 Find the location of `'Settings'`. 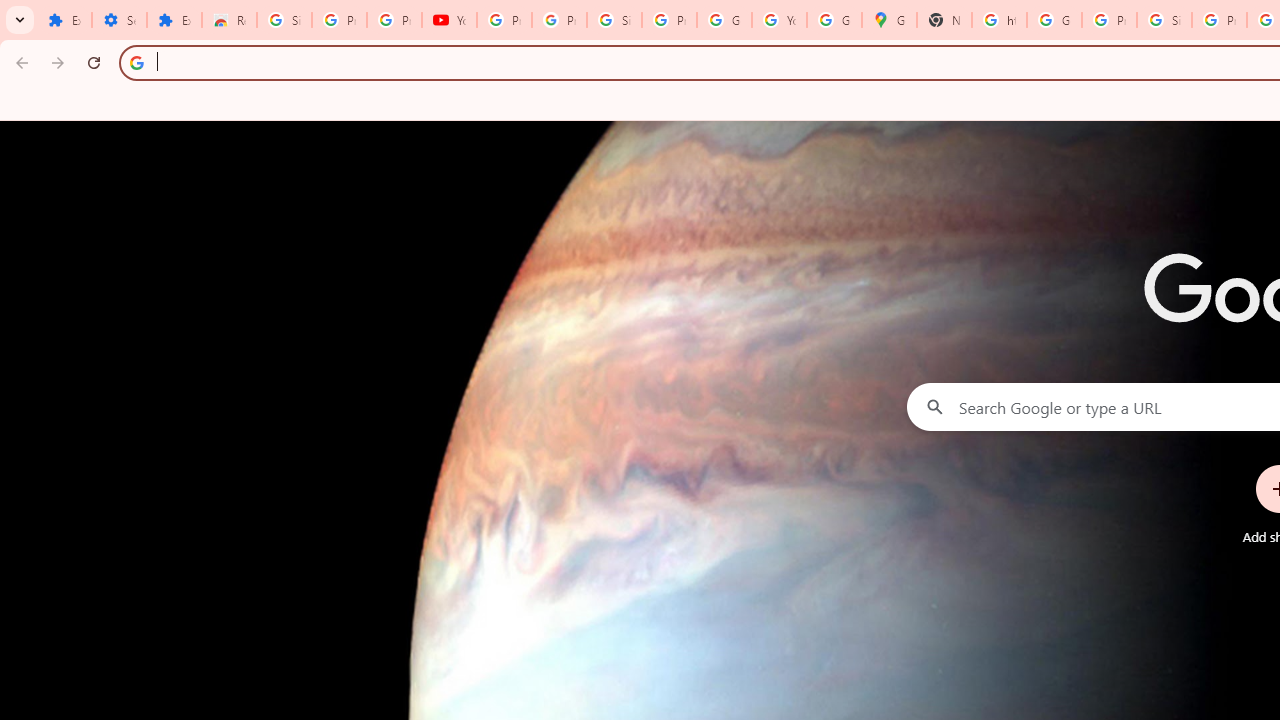

'Settings' is located at coordinates (118, 20).